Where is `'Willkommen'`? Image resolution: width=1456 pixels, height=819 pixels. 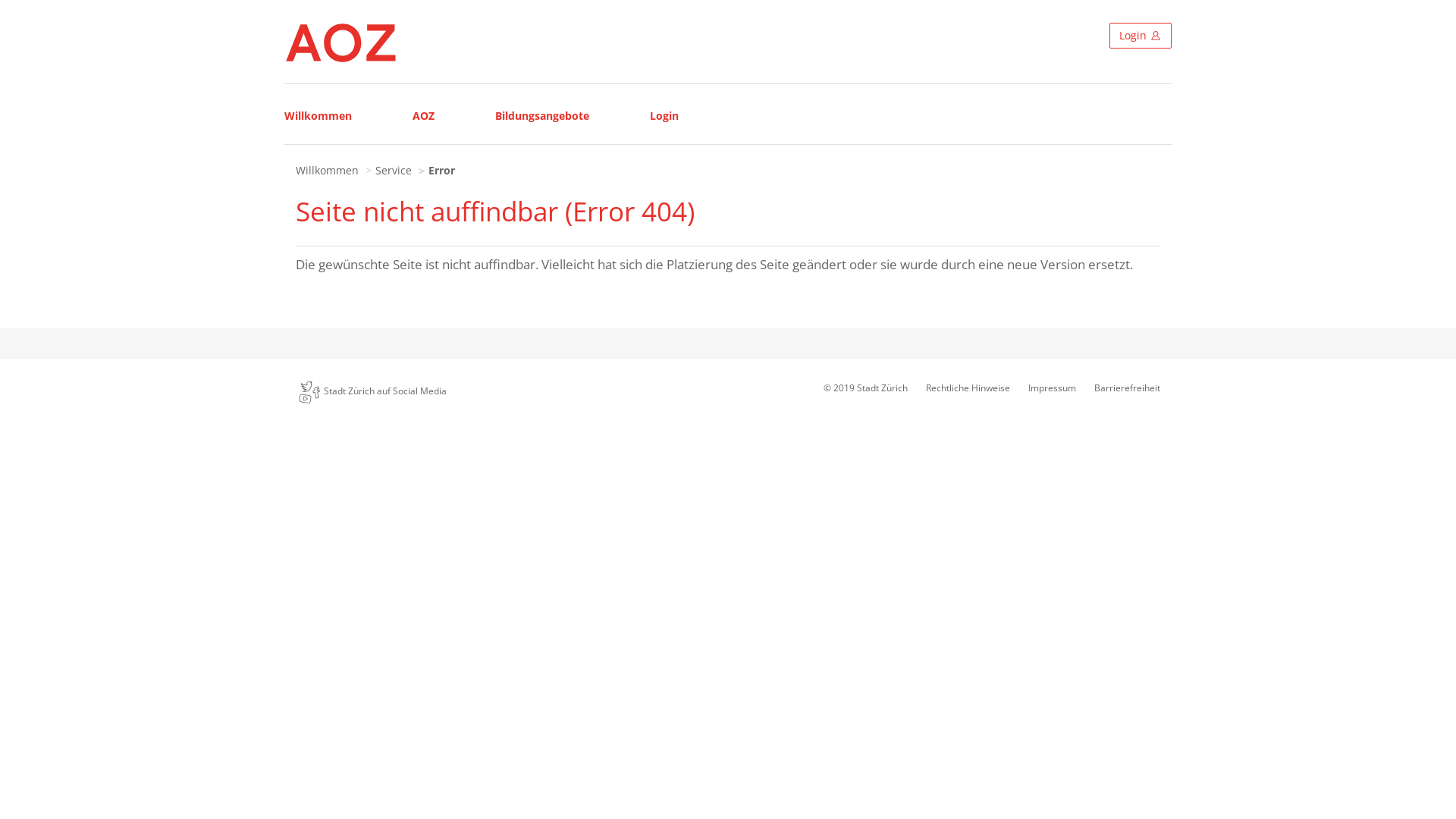
'Willkommen' is located at coordinates (317, 113).